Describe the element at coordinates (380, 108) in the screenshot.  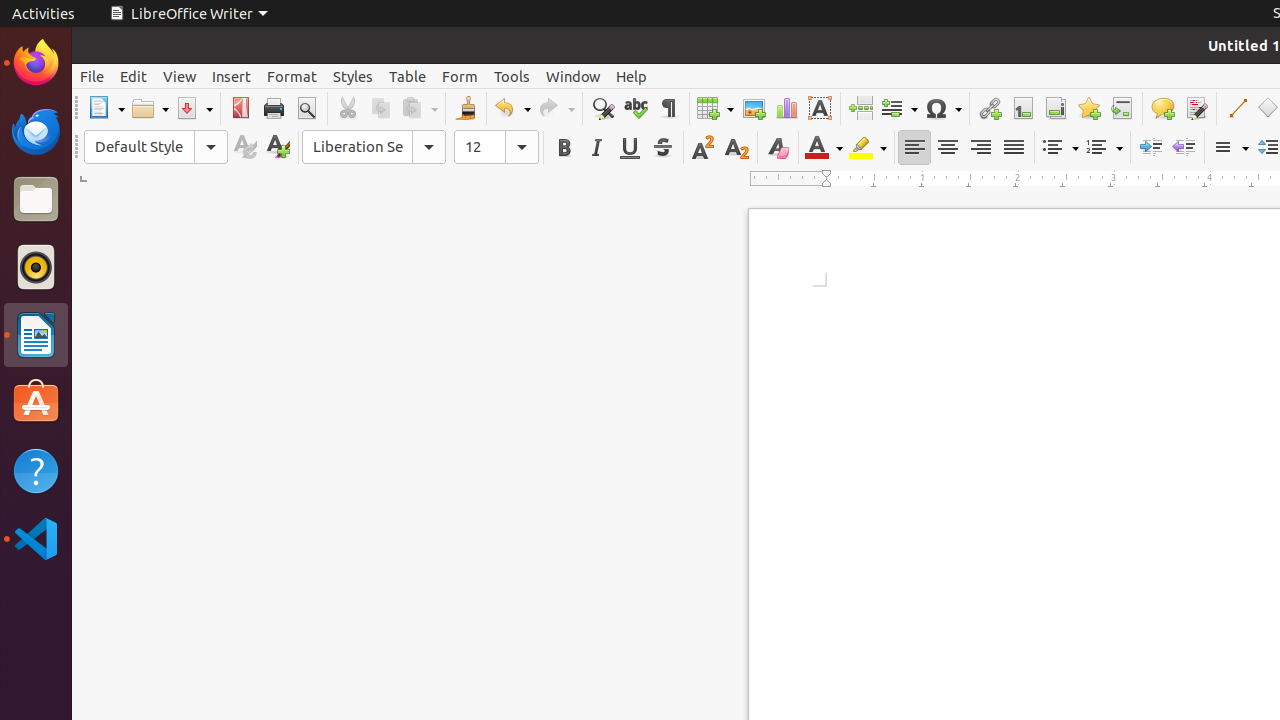
I see `'Copy'` at that location.